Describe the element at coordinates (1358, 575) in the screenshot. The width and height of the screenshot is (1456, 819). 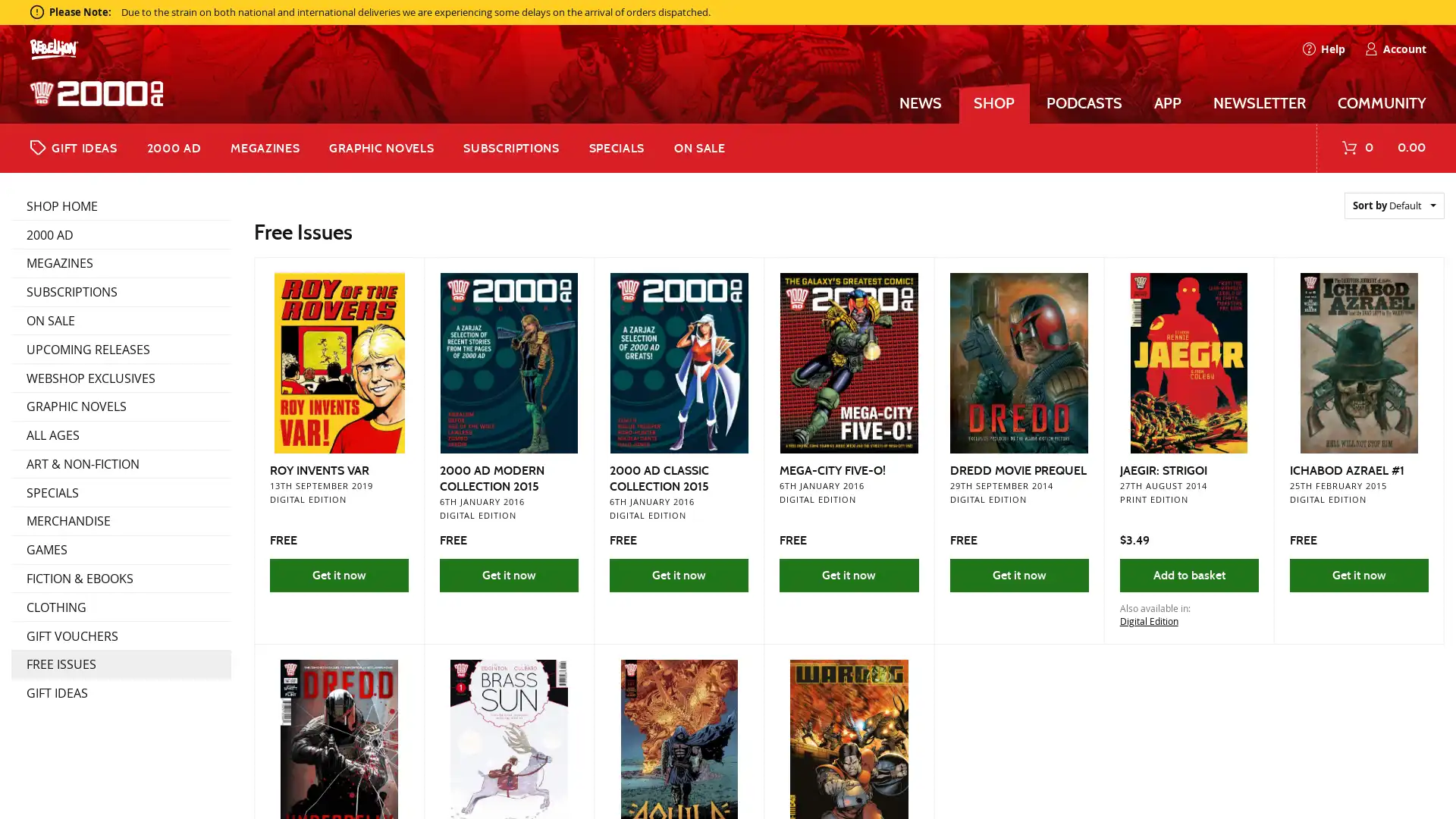
I see `Get it now` at that location.